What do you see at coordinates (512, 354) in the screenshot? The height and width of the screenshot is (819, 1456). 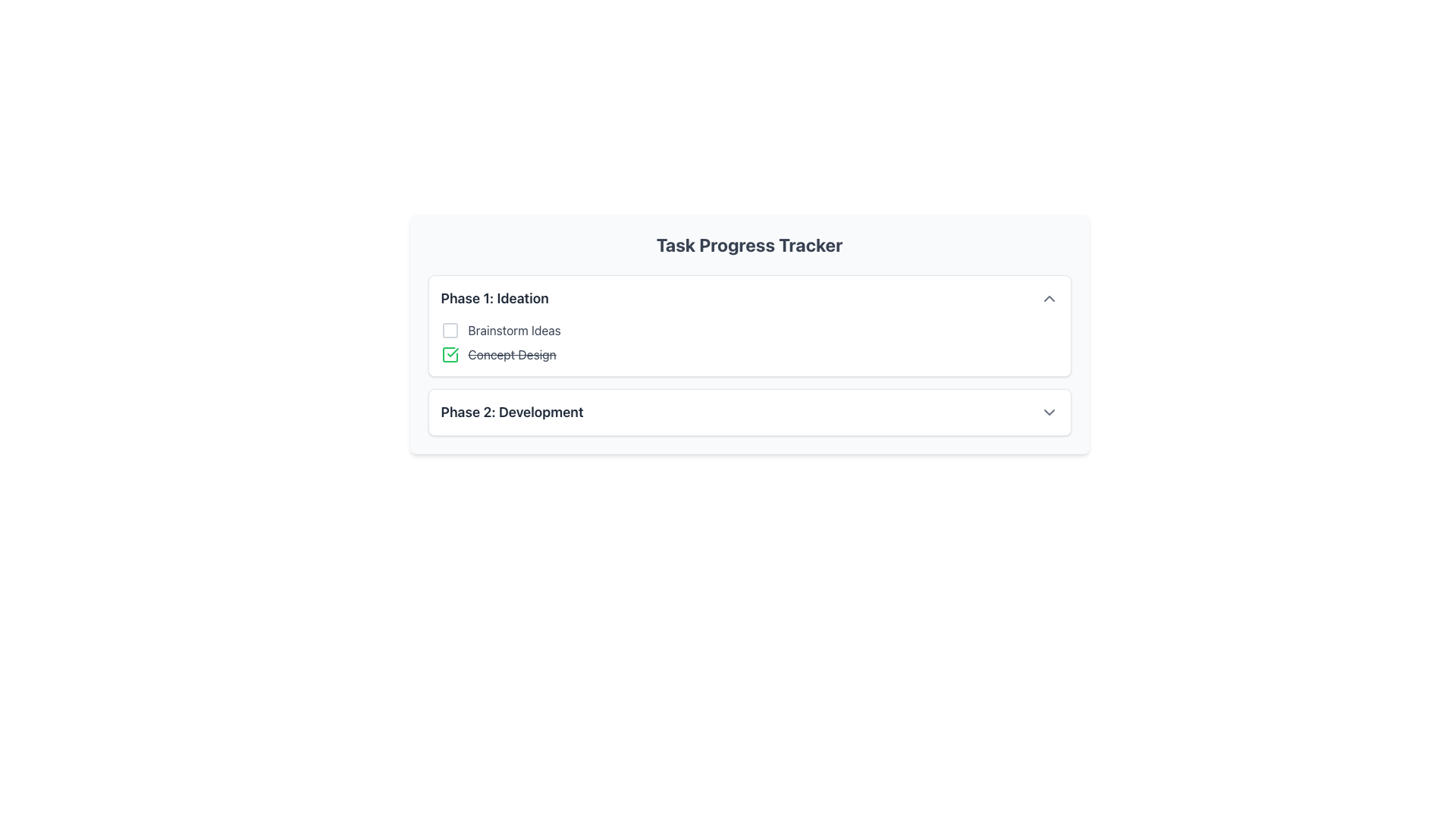 I see `the completed checklist item label indicating a task under 'Phase 1: Ideation'` at bounding box center [512, 354].